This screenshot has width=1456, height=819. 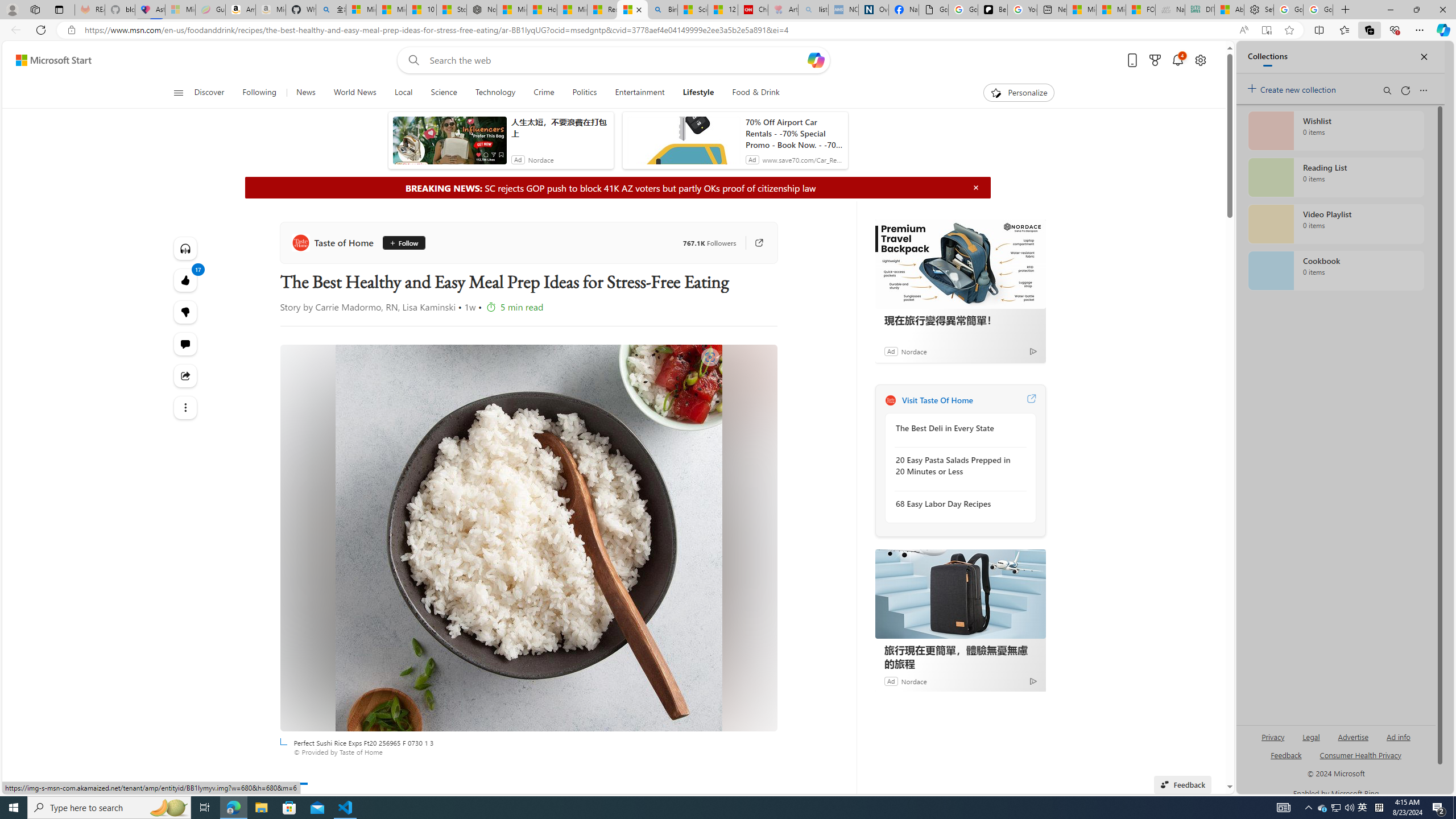 What do you see at coordinates (1169, 9) in the screenshot?
I see `'Navy Quest'` at bounding box center [1169, 9].